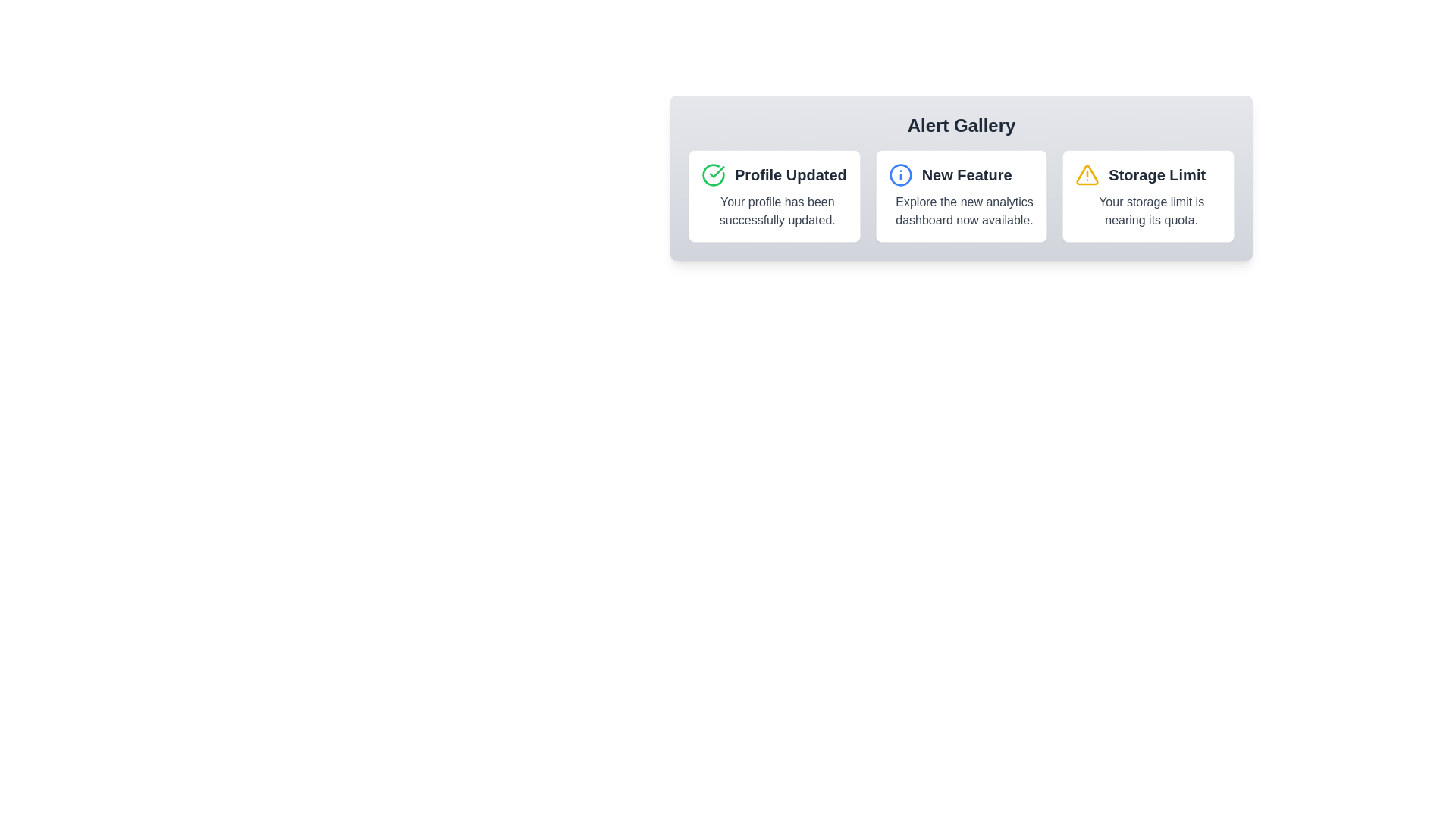  I want to click on the triangular alert icon with a yellow border and exclamation mark located in the third card labeled 'Storage Limit' in the Alert Gallery, so click(1087, 174).